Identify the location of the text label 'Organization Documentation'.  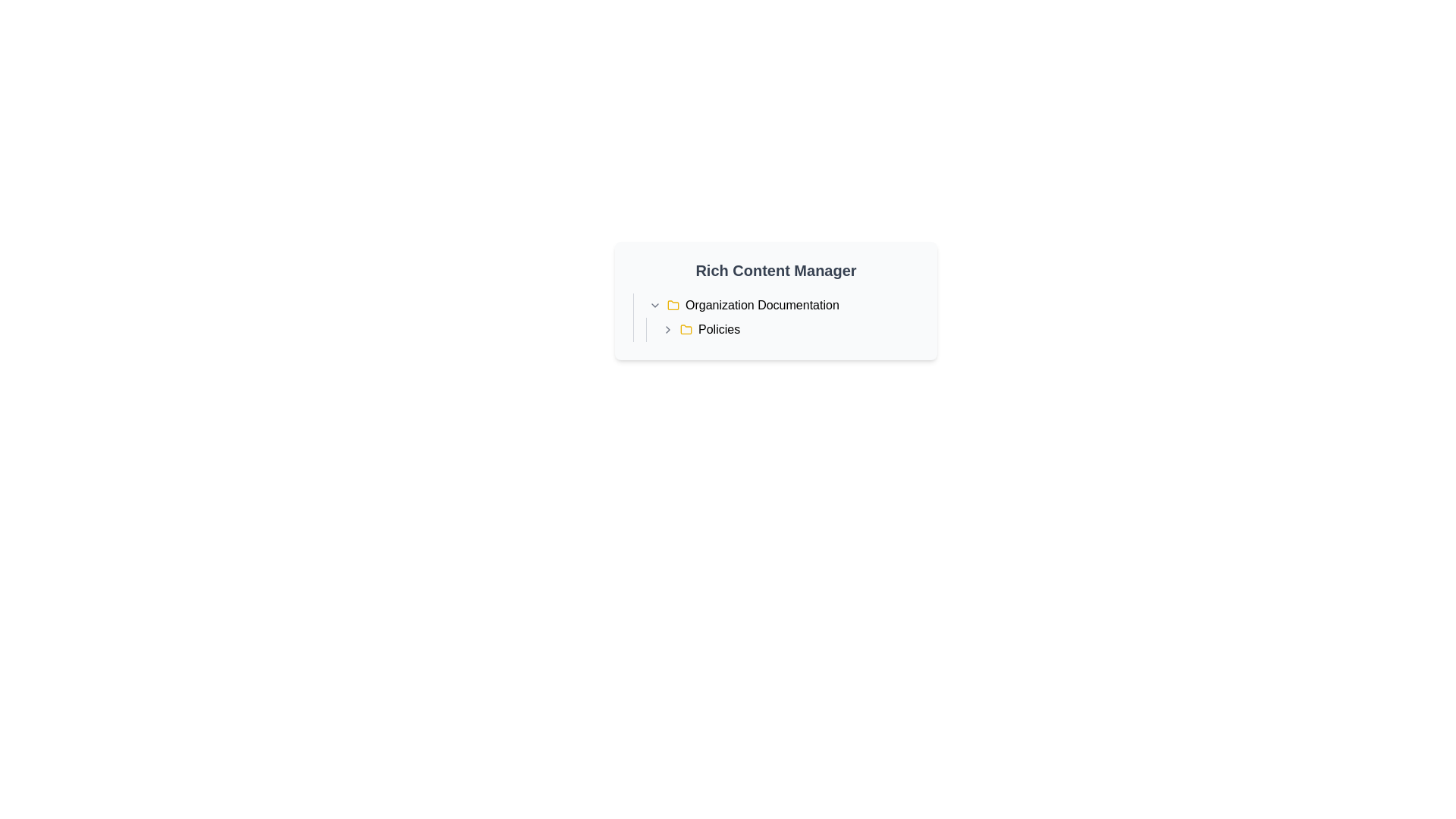
(762, 305).